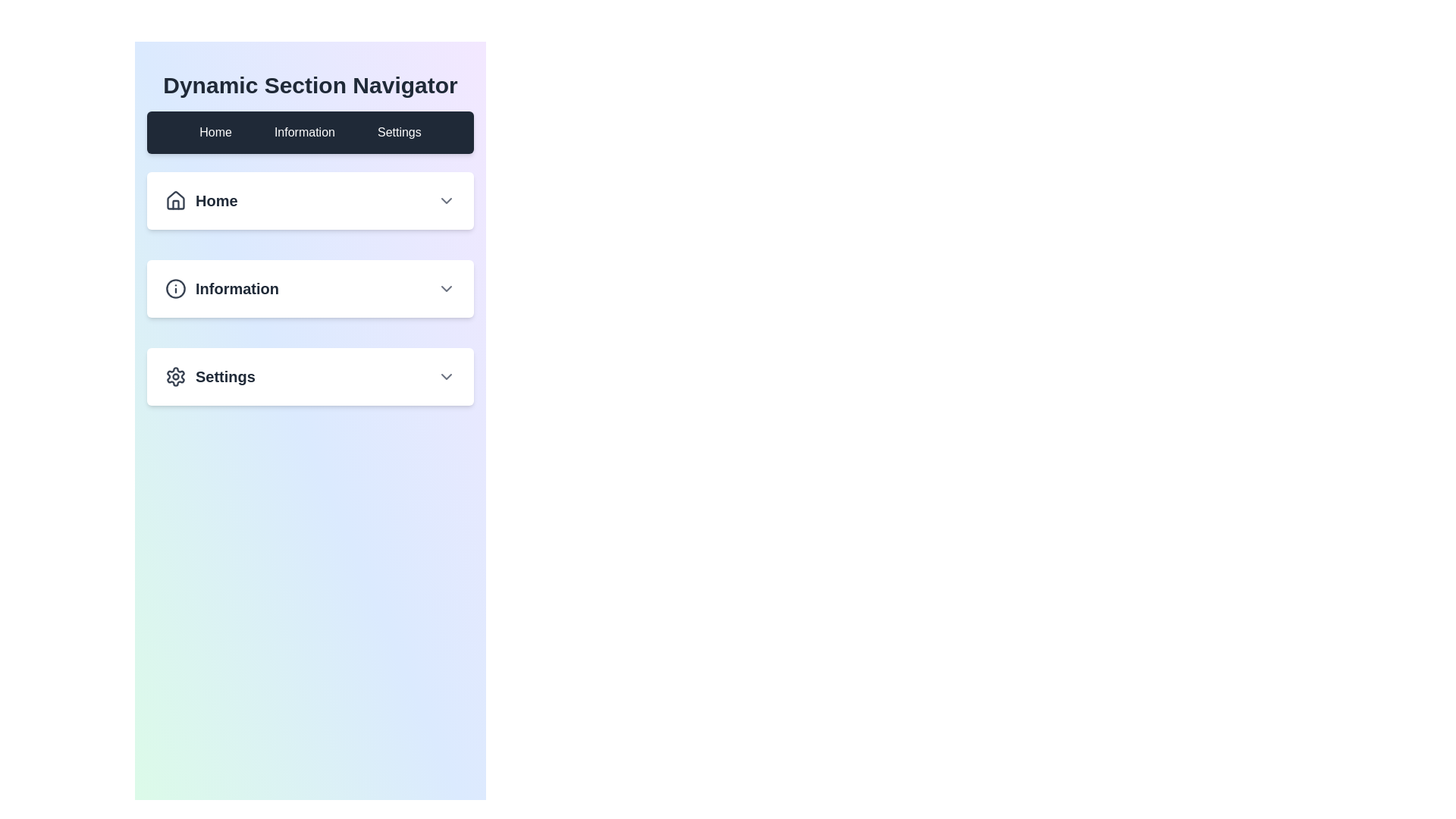  What do you see at coordinates (175, 376) in the screenshot?
I see `the gear-shaped settings icon located in the third collapsible card section labeled 'Settings' to interact with it` at bounding box center [175, 376].